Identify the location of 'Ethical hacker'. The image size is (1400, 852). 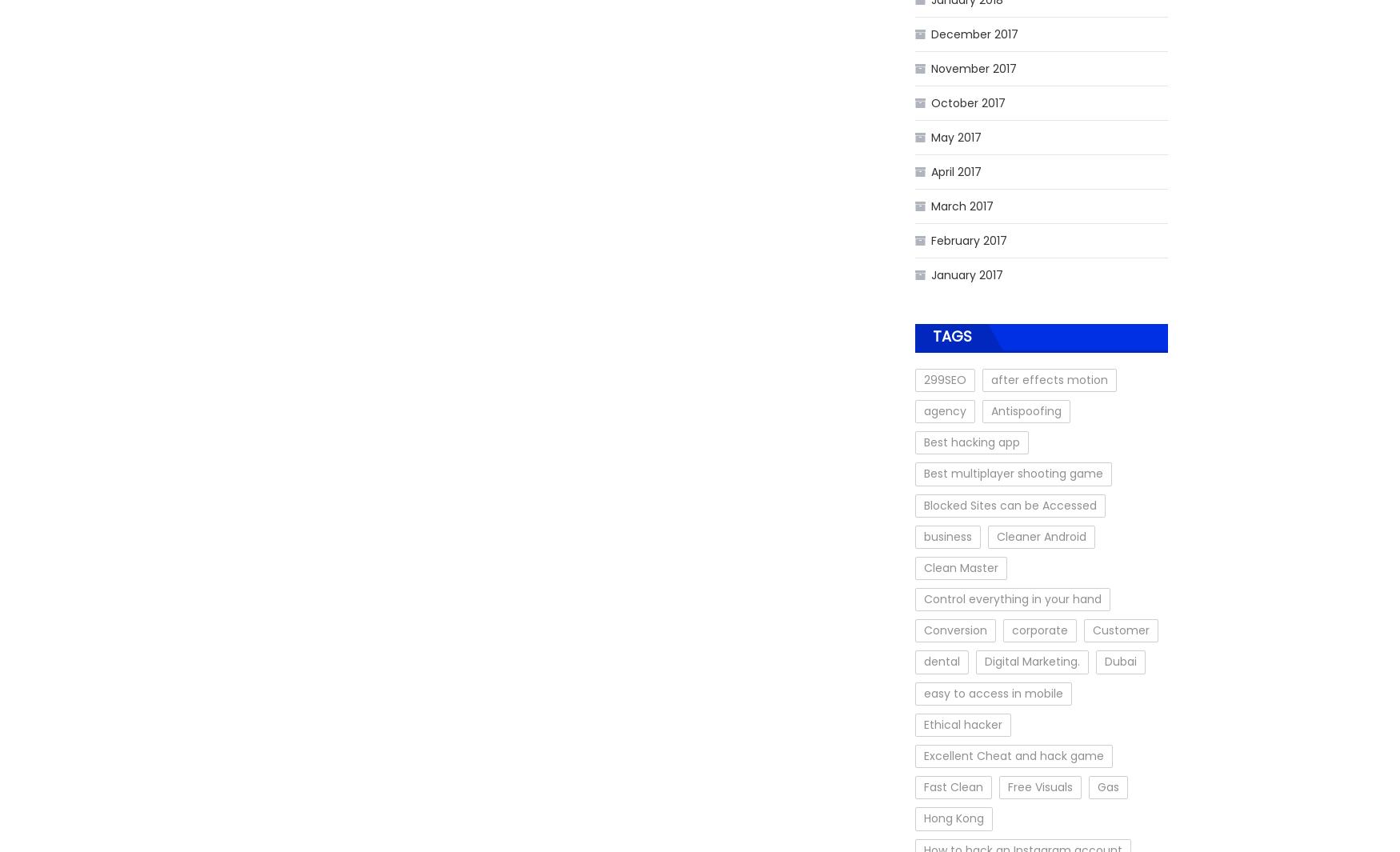
(963, 724).